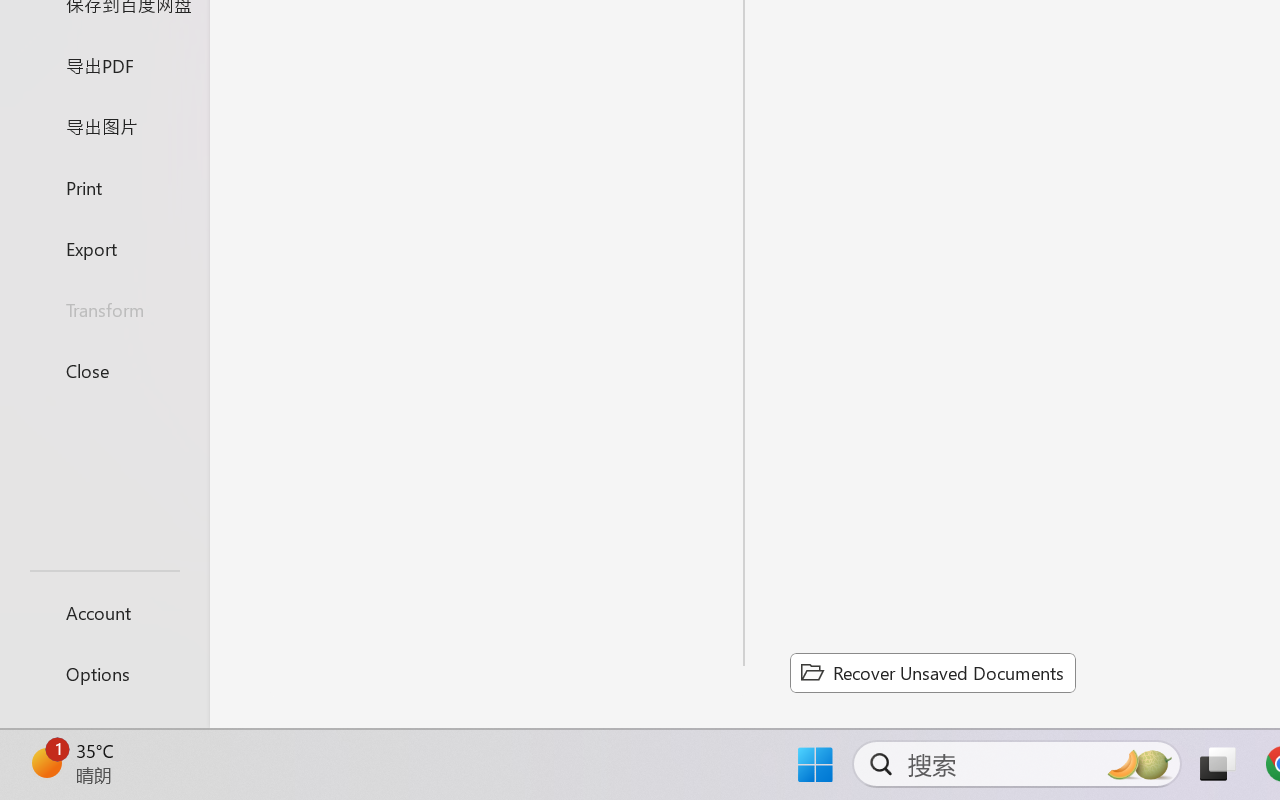  Describe the element at coordinates (103, 612) in the screenshot. I see `'Account'` at that location.